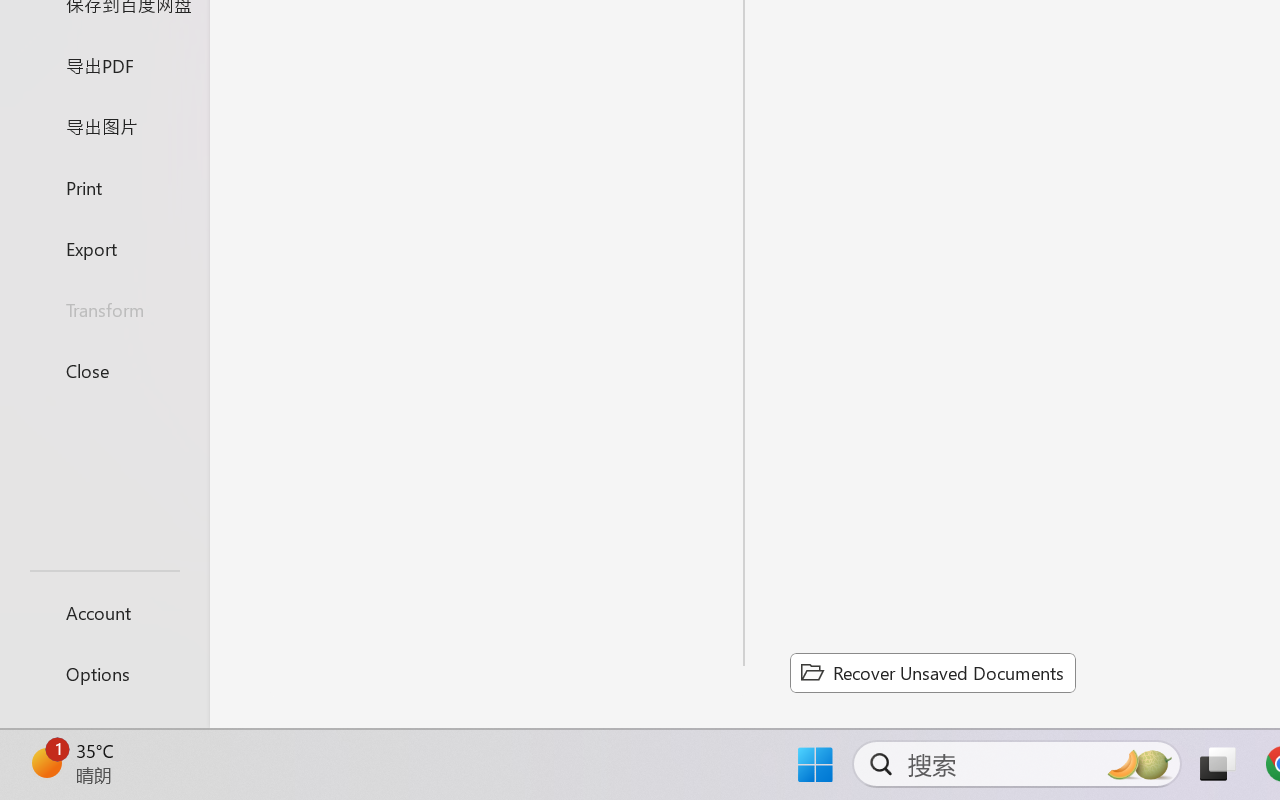  Describe the element at coordinates (103, 612) in the screenshot. I see `'Account'` at that location.